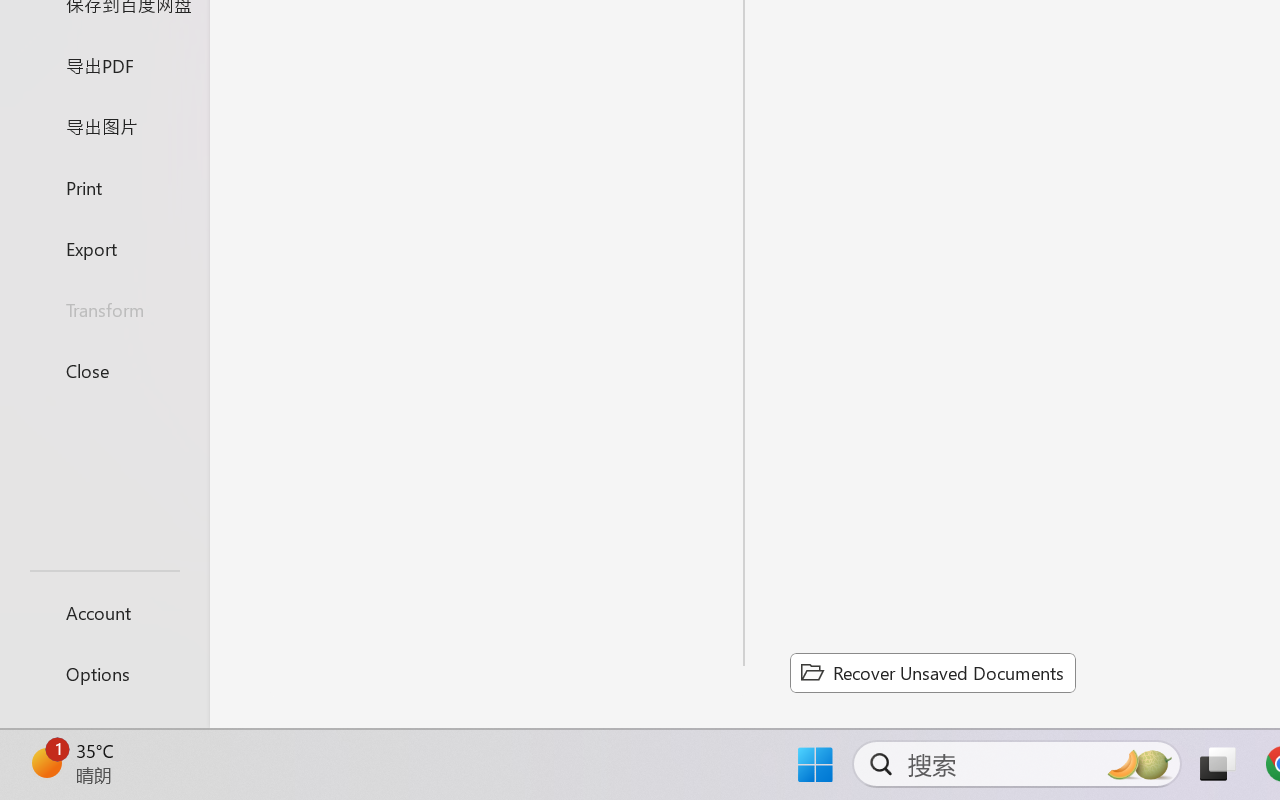  Describe the element at coordinates (103, 612) in the screenshot. I see `'Account'` at that location.